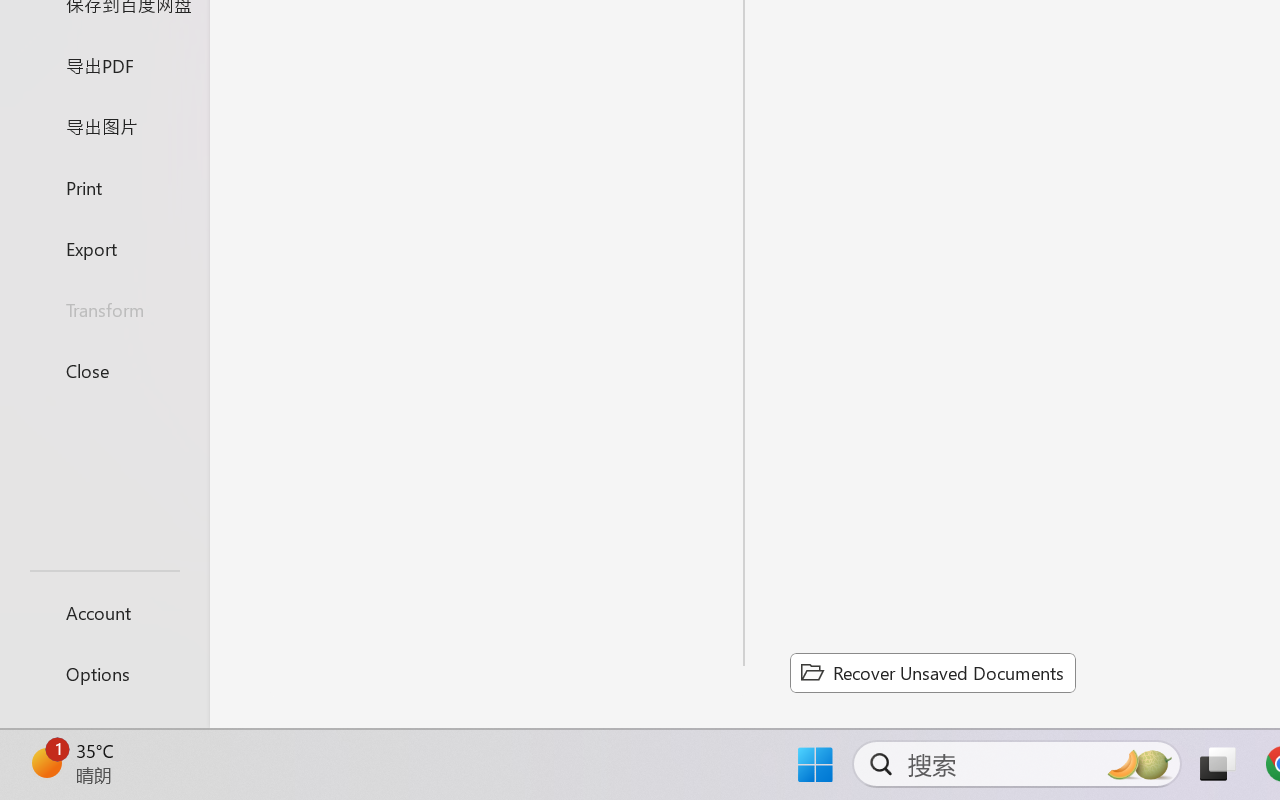  Describe the element at coordinates (103, 612) in the screenshot. I see `'Account'` at that location.